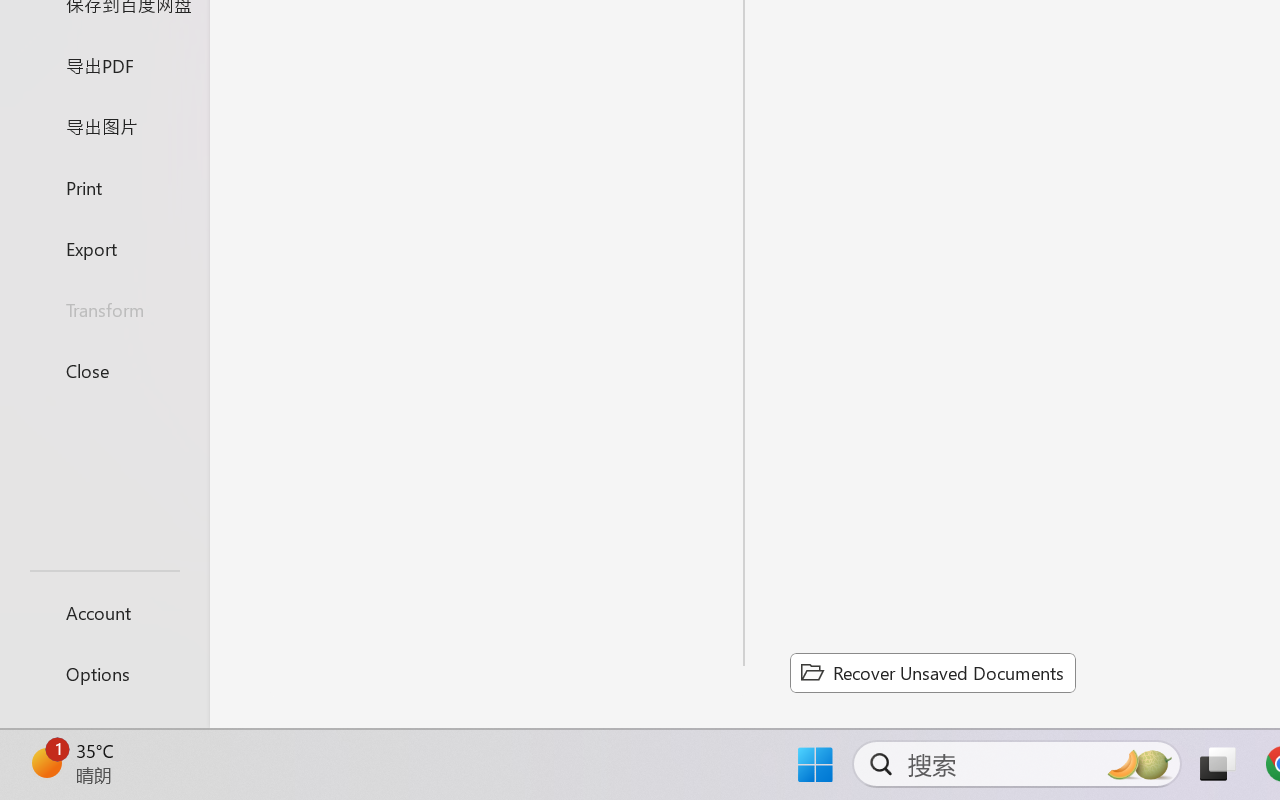  Describe the element at coordinates (103, 612) in the screenshot. I see `'Account'` at that location.